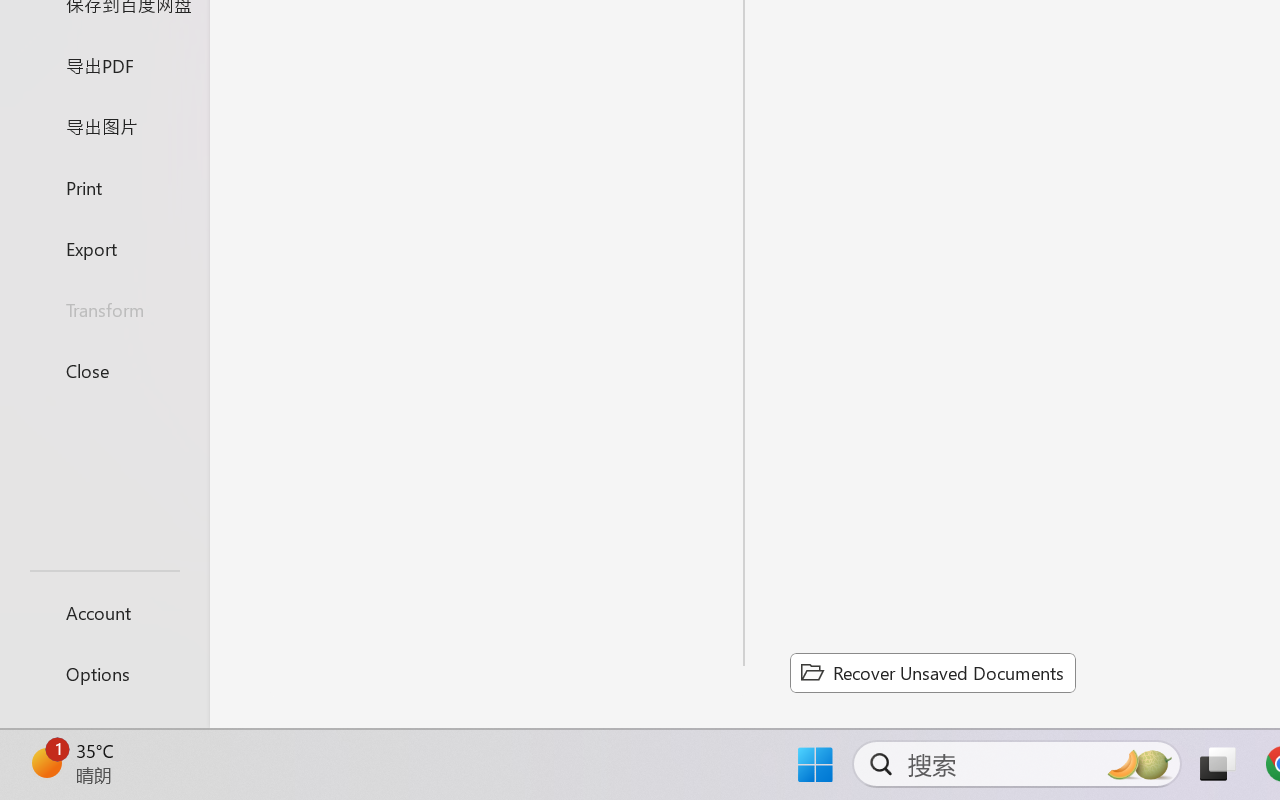  Describe the element at coordinates (103, 612) in the screenshot. I see `'Account'` at that location.